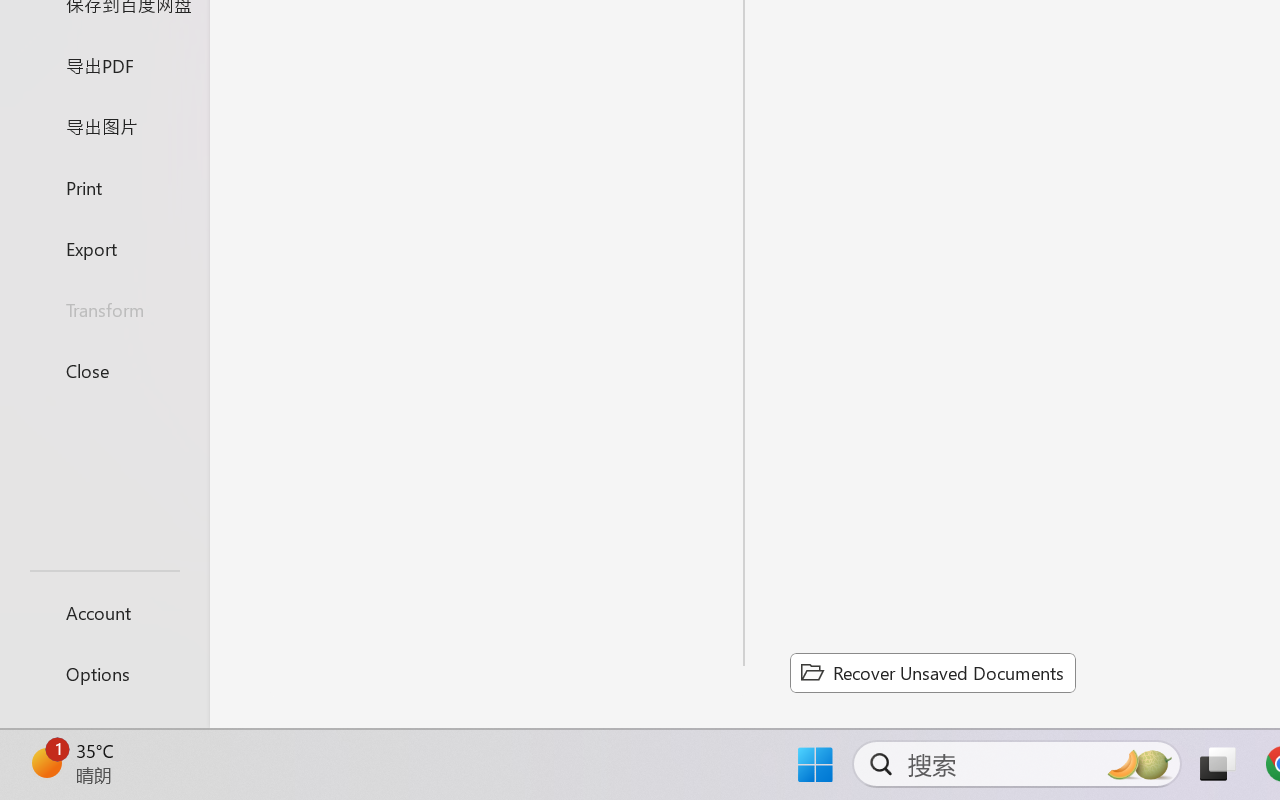  Describe the element at coordinates (103, 612) in the screenshot. I see `'Account'` at that location.